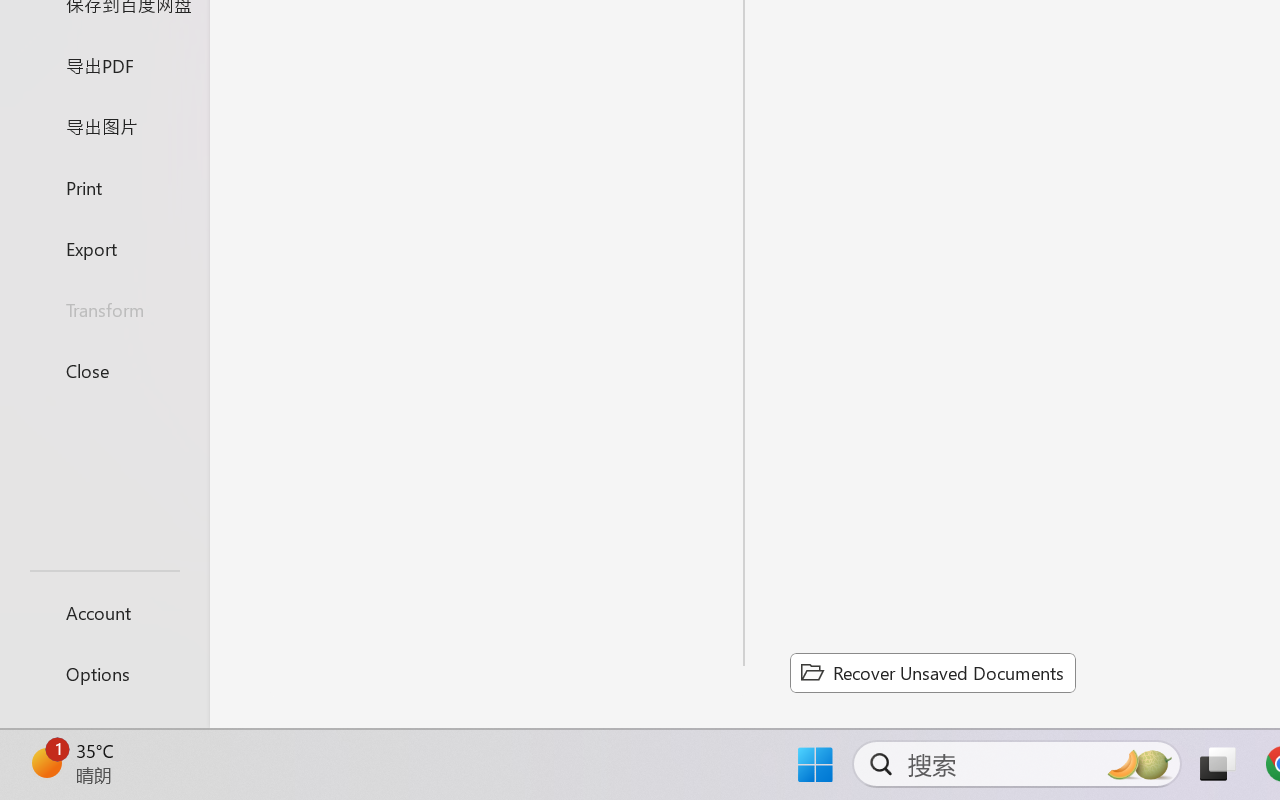  Describe the element at coordinates (103, 612) in the screenshot. I see `'Account'` at that location.